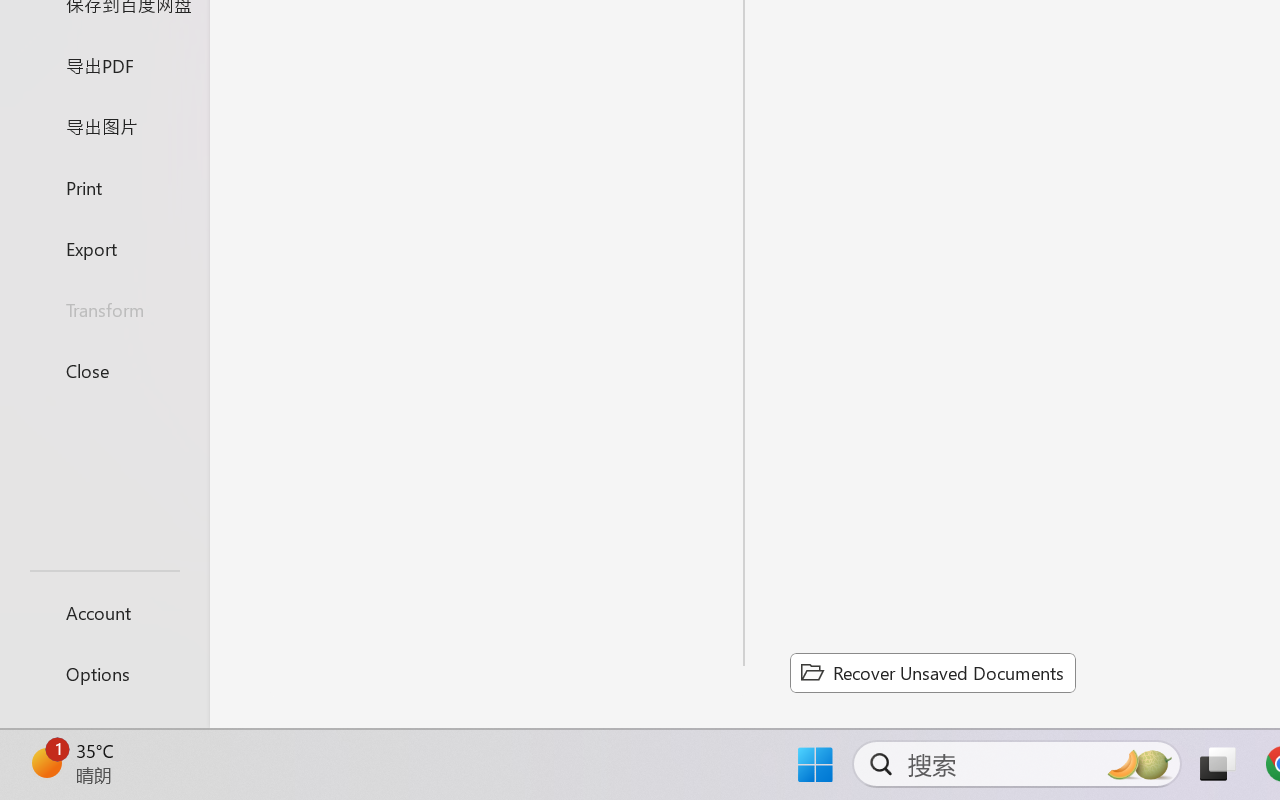  Describe the element at coordinates (103, 612) in the screenshot. I see `'Account'` at that location.